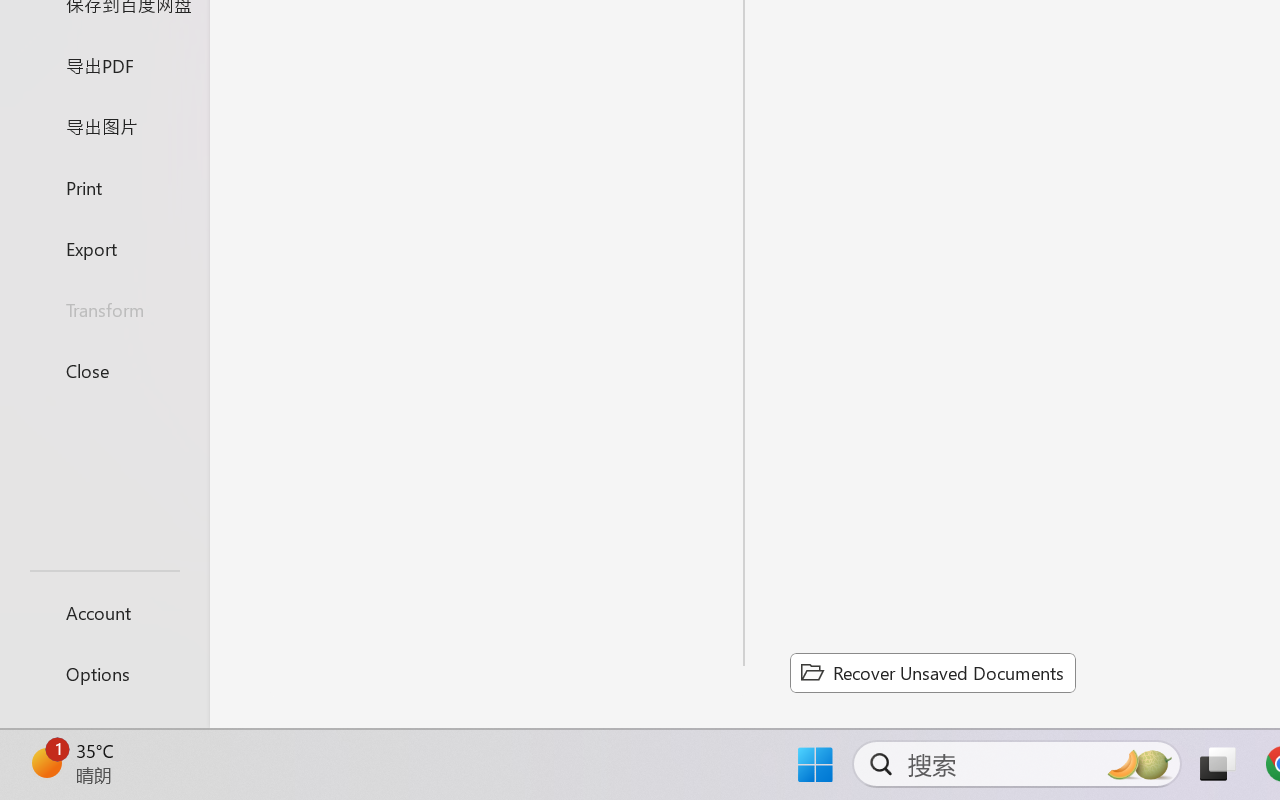  Describe the element at coordinates (103, 612) in the screenshot. I see `'Account'` at that location.